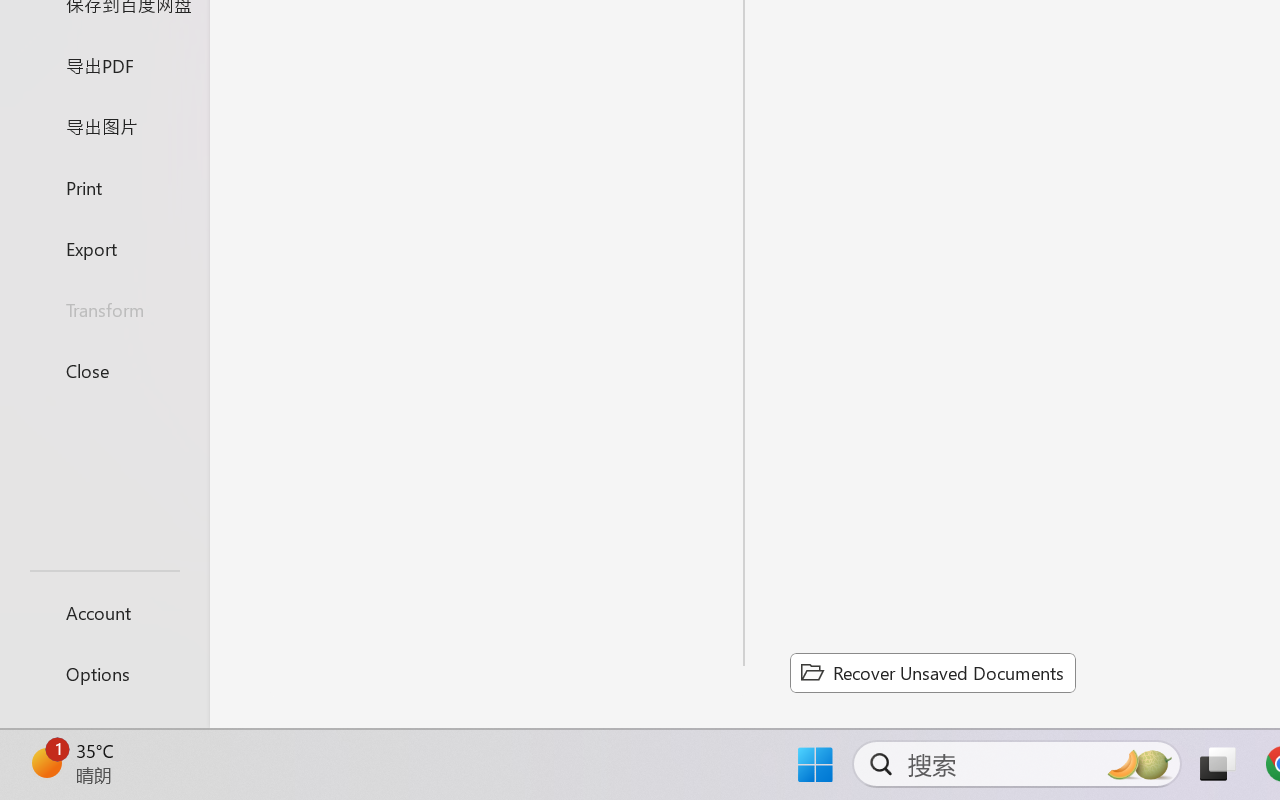  Describe the element at coordinates (103, 612) in the screenshot. I see `'Account'` at that location.